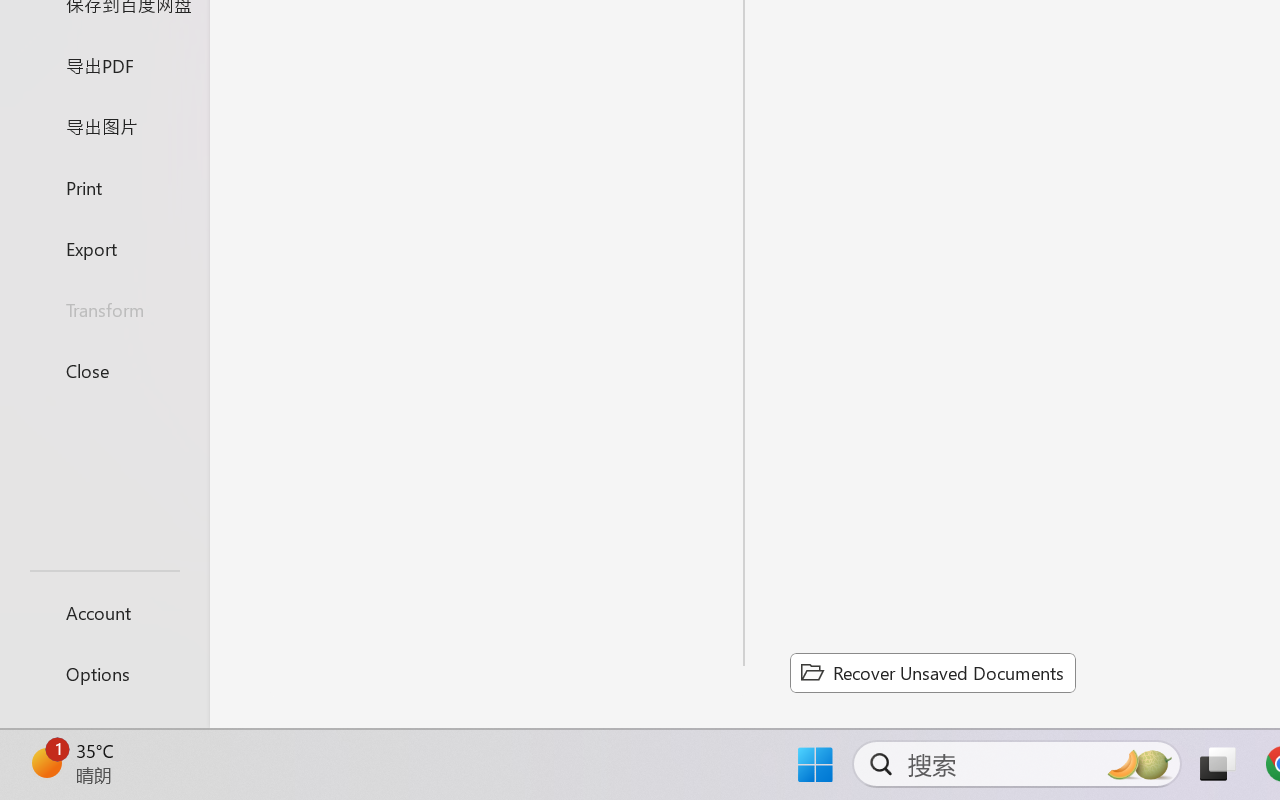  Describe the element at coordinates (103, 612) in the screenshot. I see `'Account'` at that location.